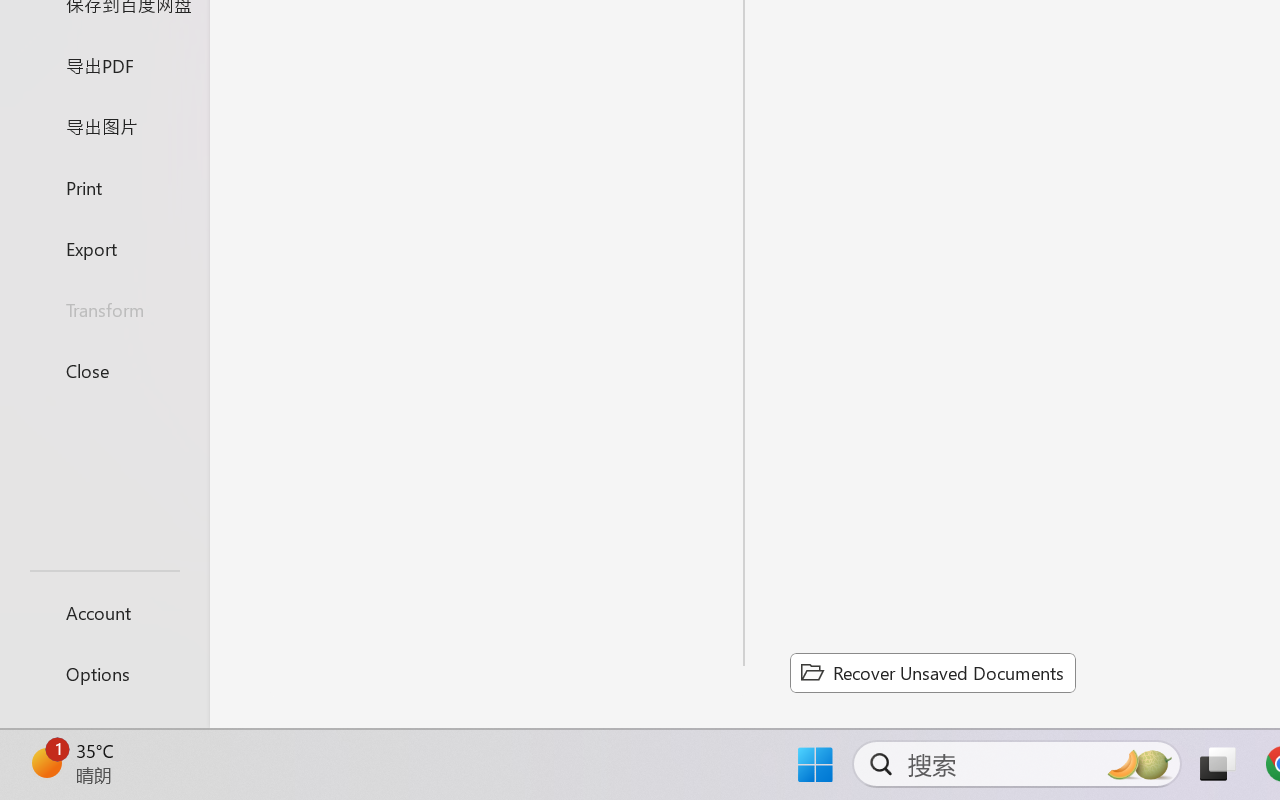  Describe the element at coordinates (103, 612) in the screenshot. I see `'Account'` at that location.